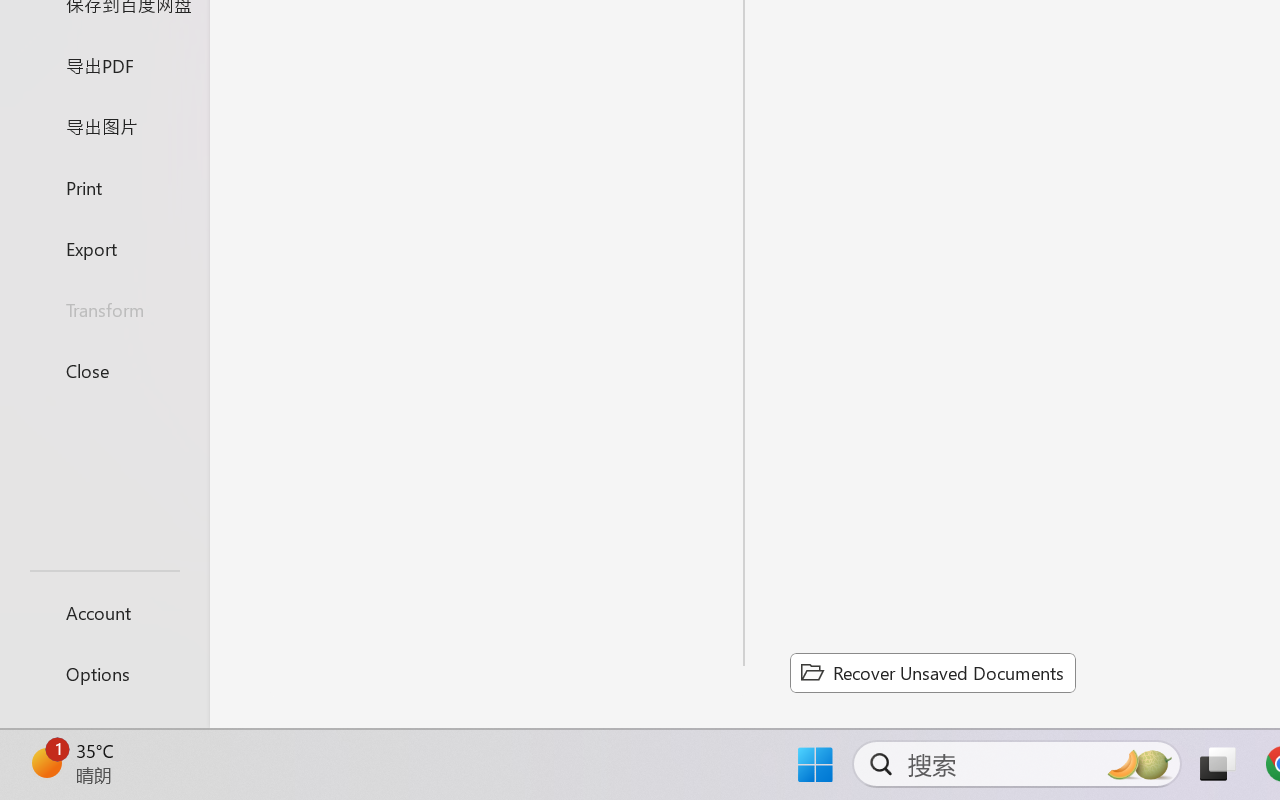  Describe the element at coordinates (103, 612) in the screenshot. I see `'Account'` at that location.